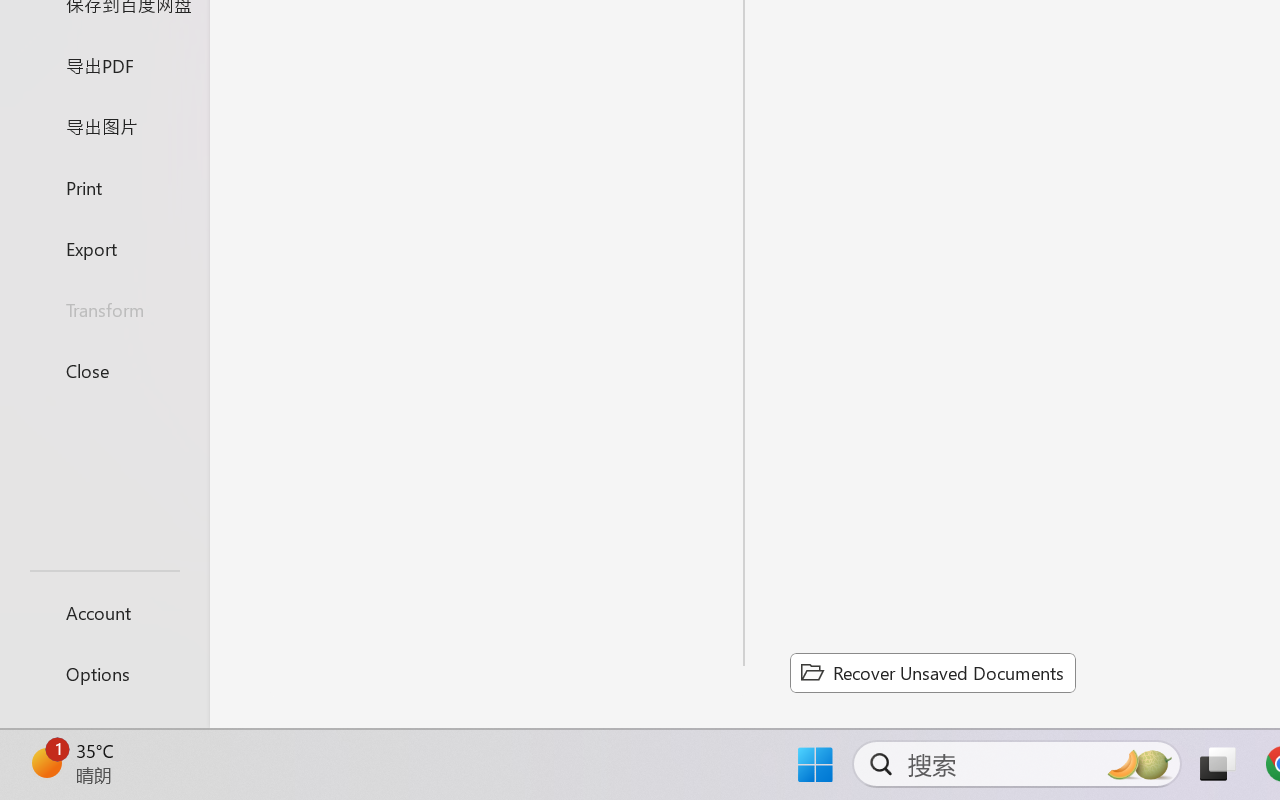  Describe the element at coordinates (103, 612) in the screenshot. I see `'Account'` at that location.